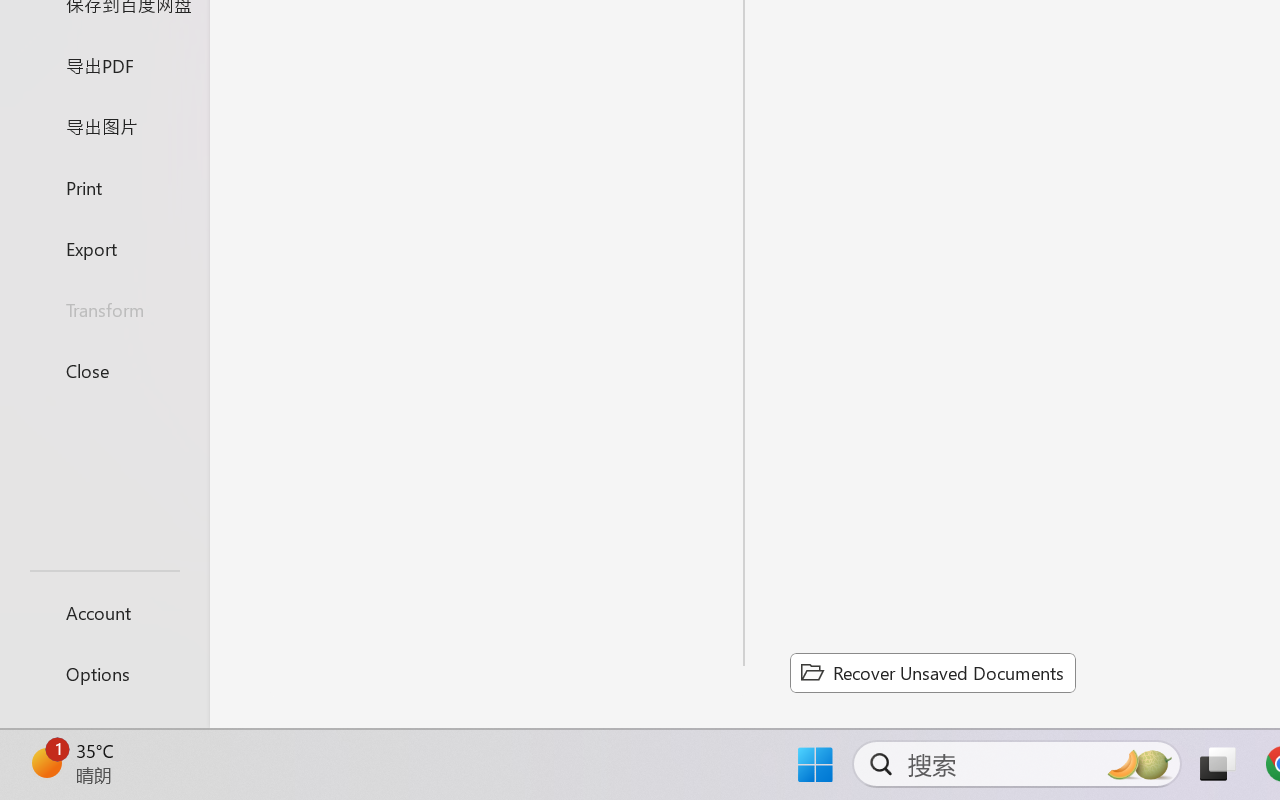  Describe the element at coordinates (103, 612) in the screenshot. I see `'Account'` at that location.